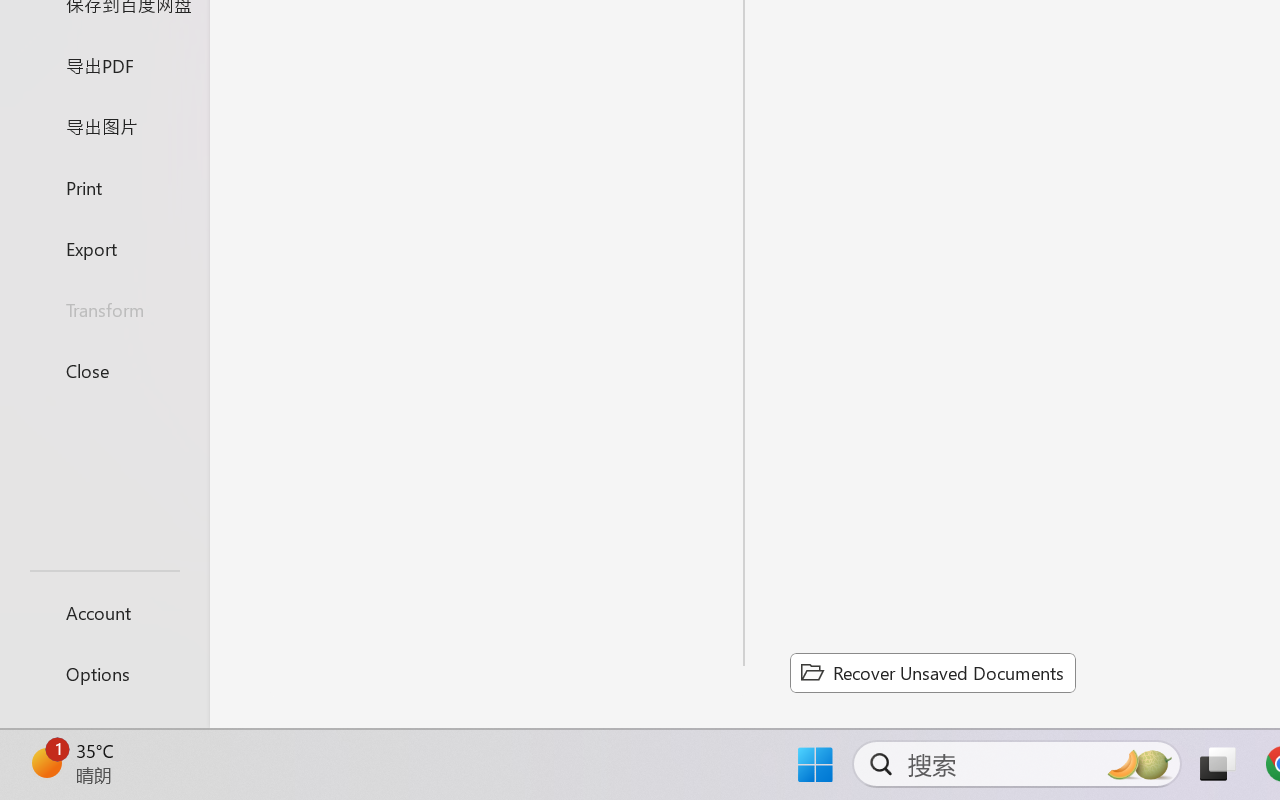  Describe the element at coordinates (103, 612) in the screenshot. I see `'Account'` at that location.